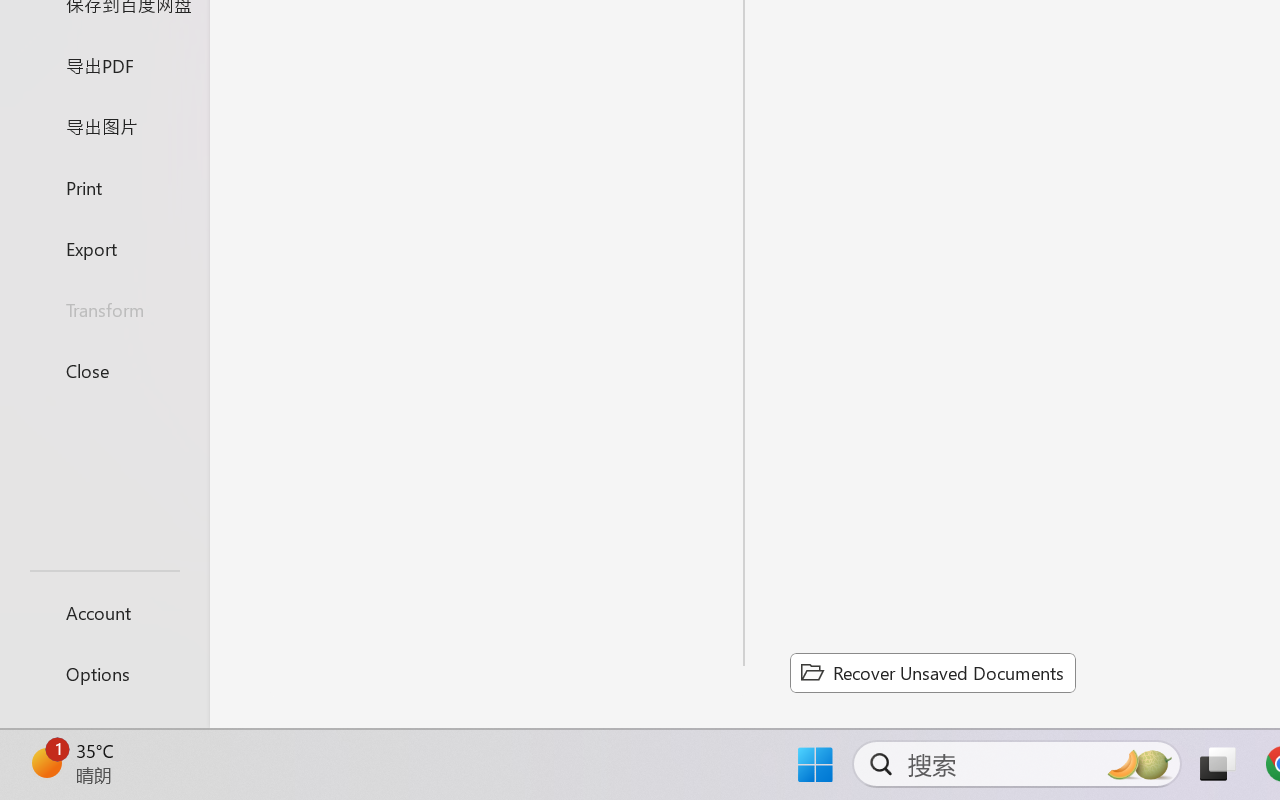  Describe the element at coordinates (103, 612) in the screenshot. I see `'Account'` at that location.